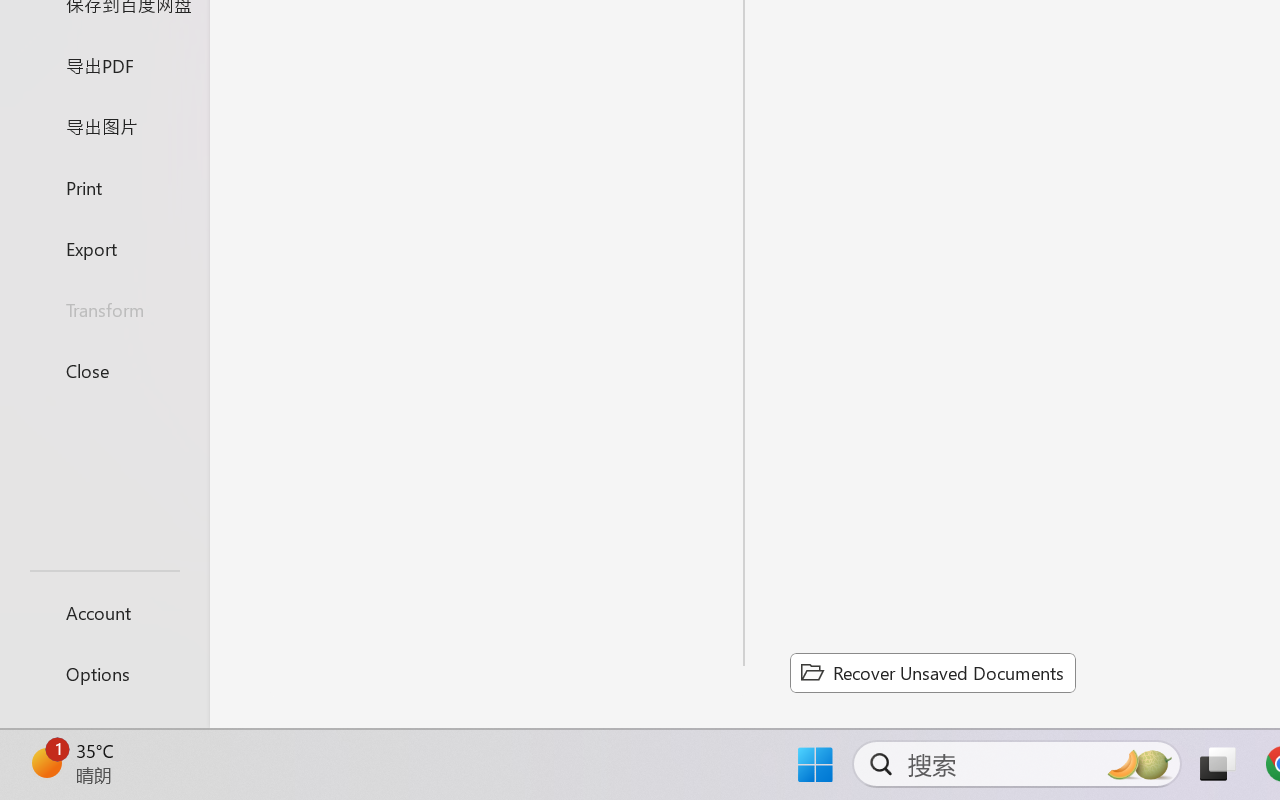  Describe the element at coordinates (103, 612) in the screenshot. I see `'Account'` at that location.